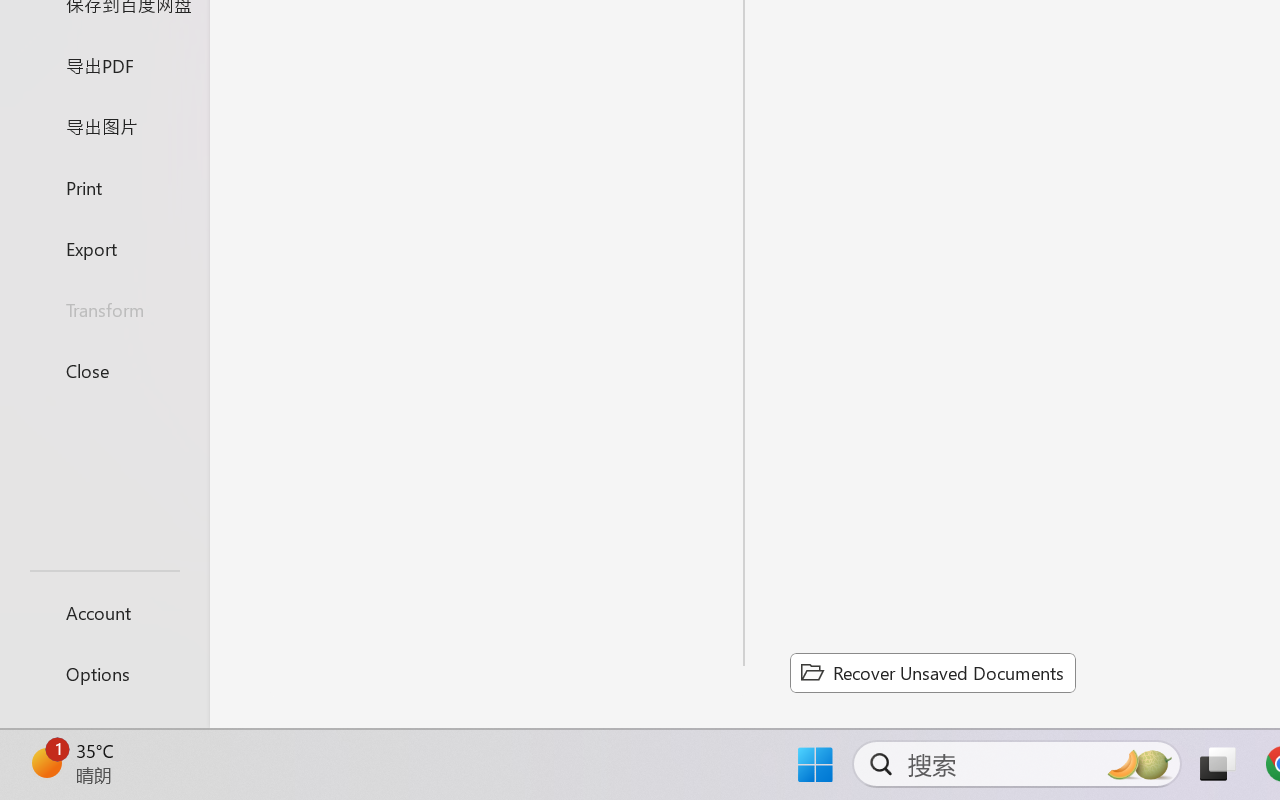  Describe the element at coordinates (103, 612) in the screenshot. I see `'Account'` at that location.